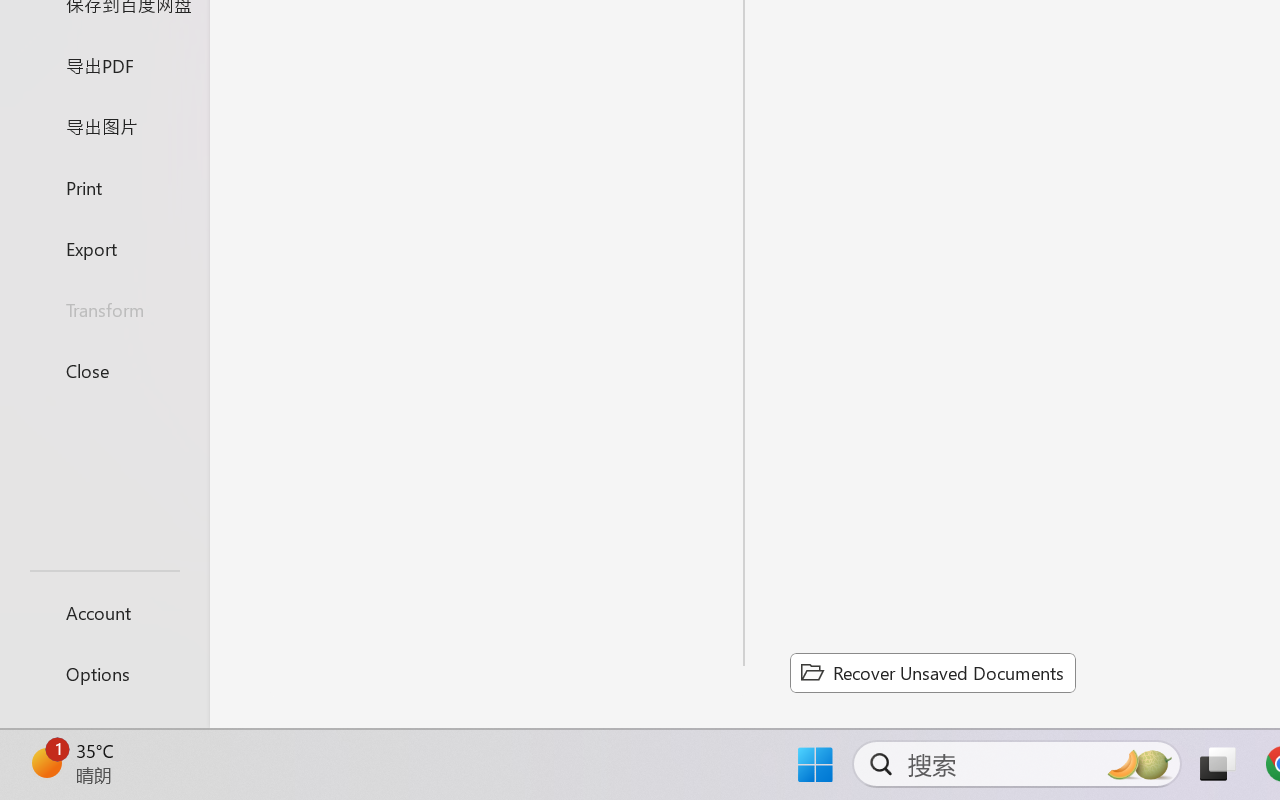  Describe the element at coordinates (103, 612) in the screenshot. I see `'Account'` at that location.